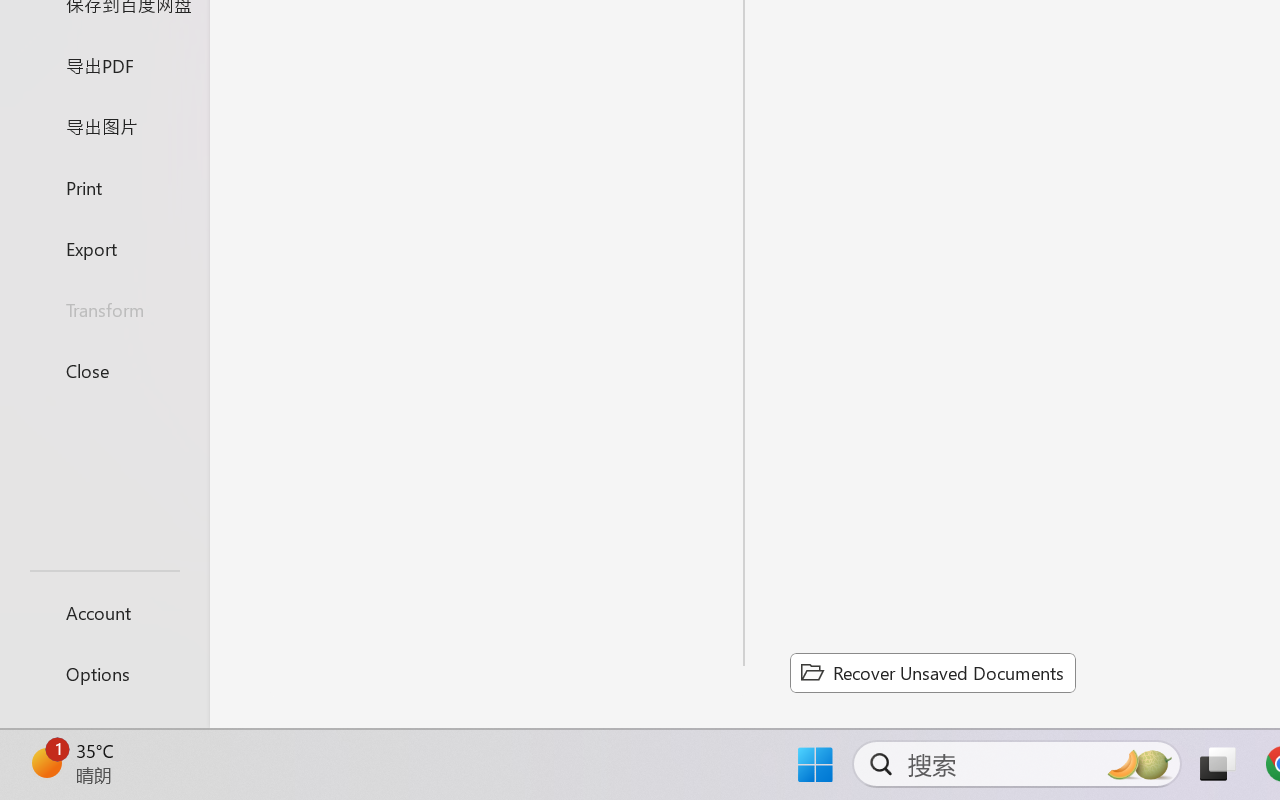  Describe the element at coordinates (103, 612) in the screenshot. I see `'Account'` at that location.